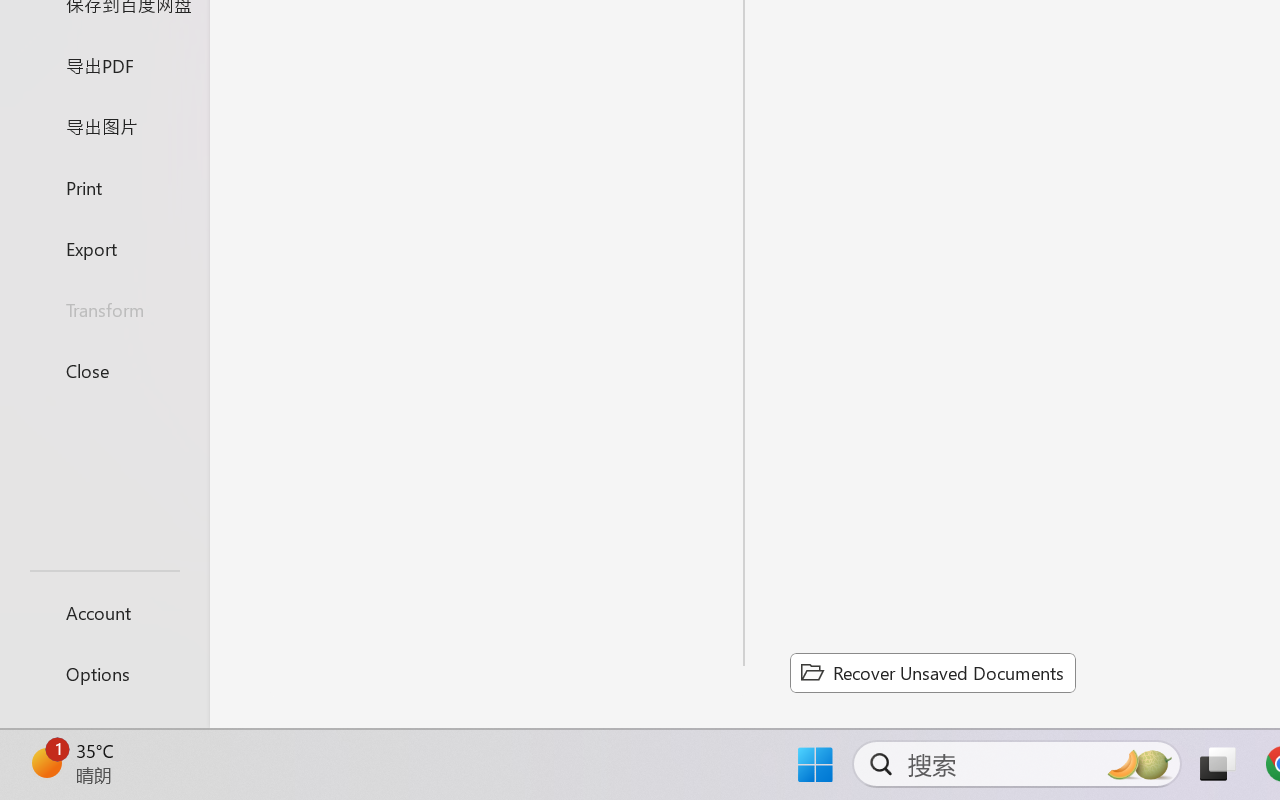  Describe the element at coordinates (103, 612) in the screenshot. I see `'Account'` at that location.